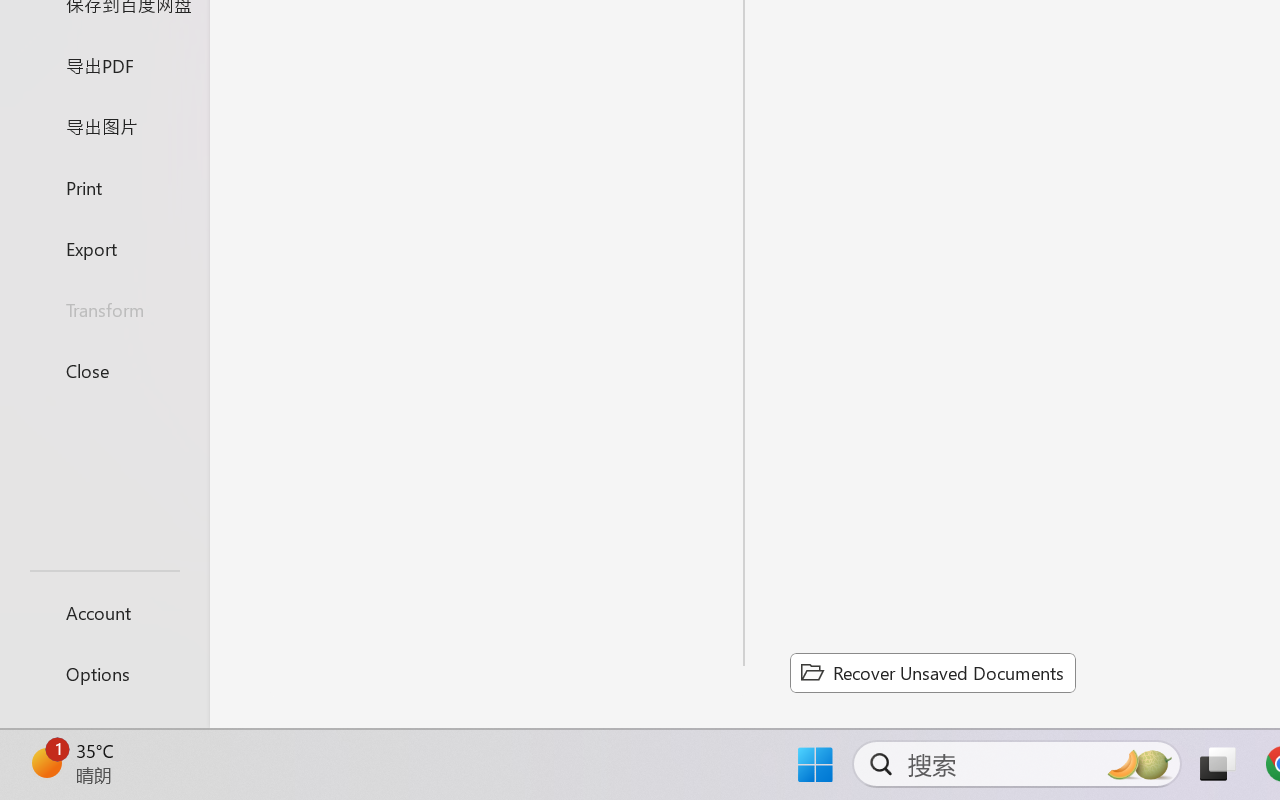  Describe the element at coordinates (103, 612) in the screenshot. I see `'Account'` at that location.